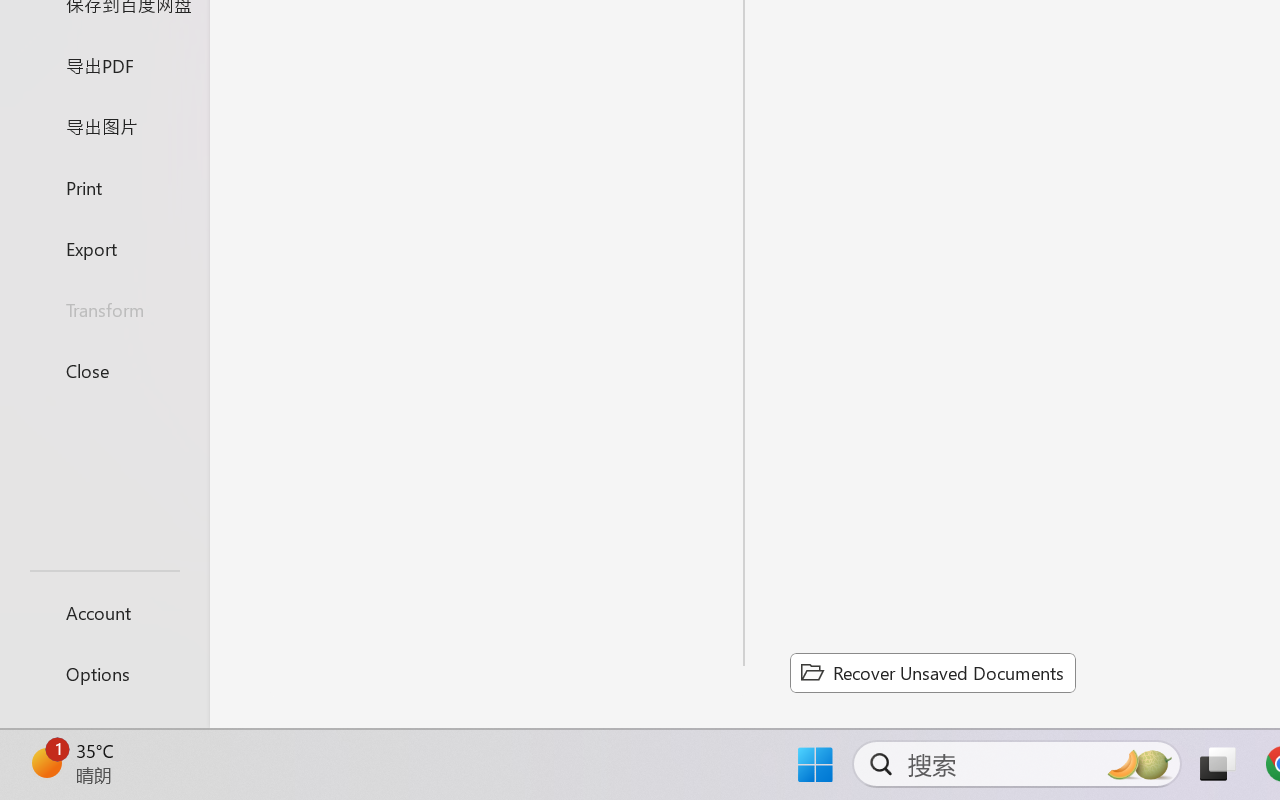  Describe the element at coordinates (103, 612) in the screenshot. I see `'Account'` at that location.